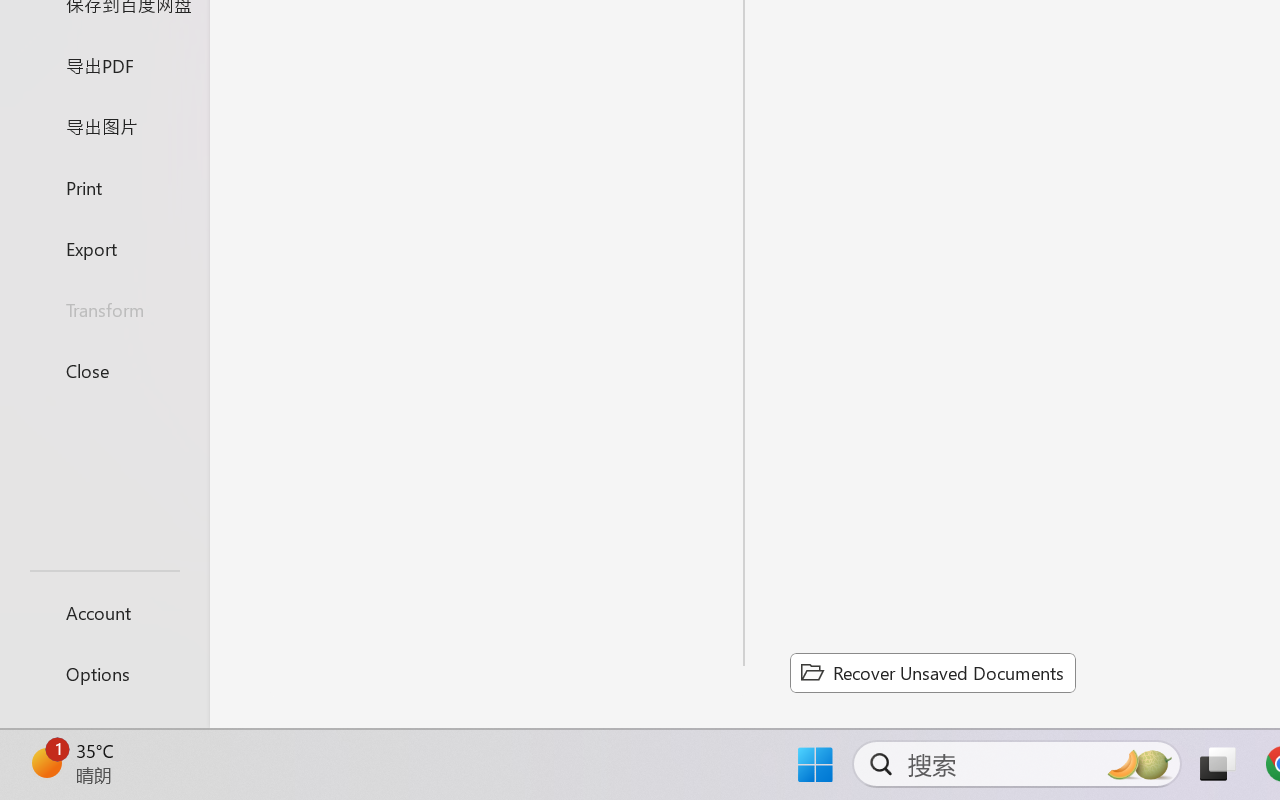  Describe the element at coordinates (103, 612) in the screenshot. I see `'Account'` at that location.